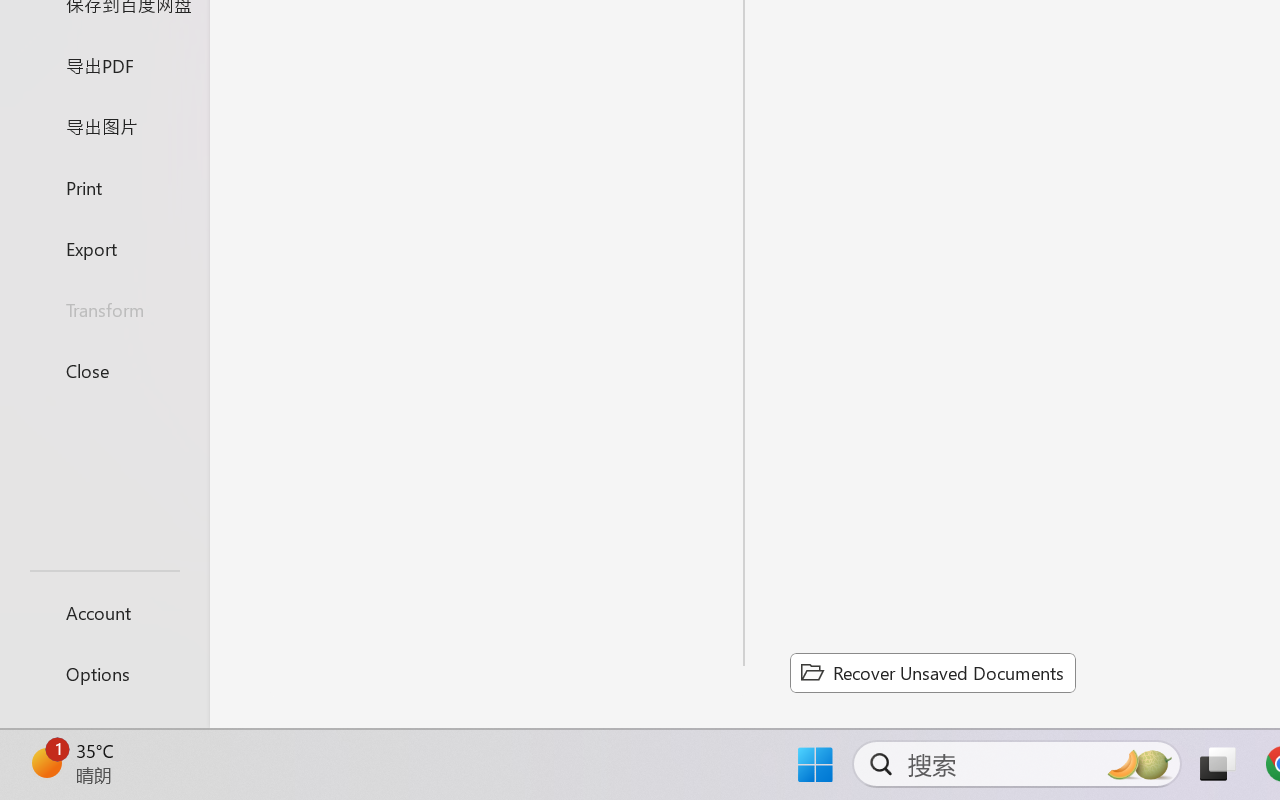  Describe the element at coordinates (103, 612) in the screenshot. I see `'Account'` at that location.